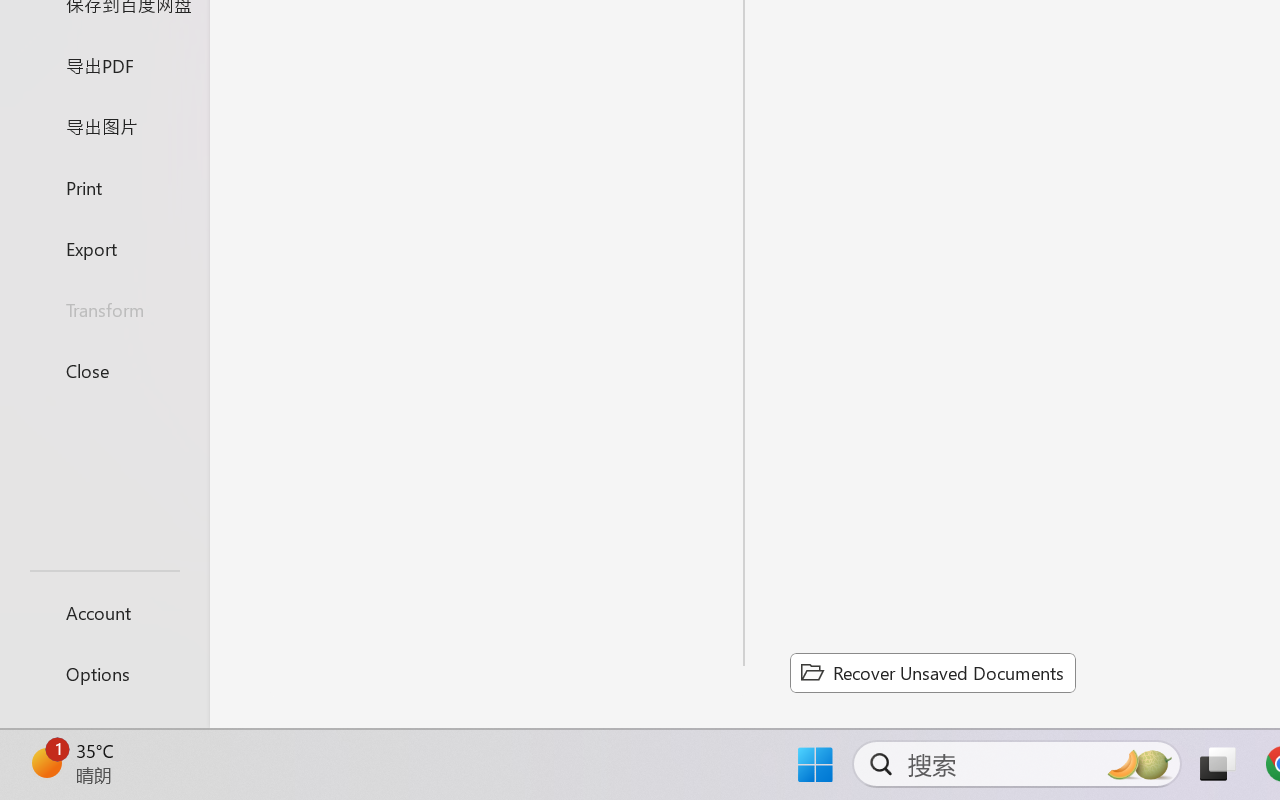  Describe the element at coordinates (103, 612) in the screenshot. I see `'Account'` at that location.